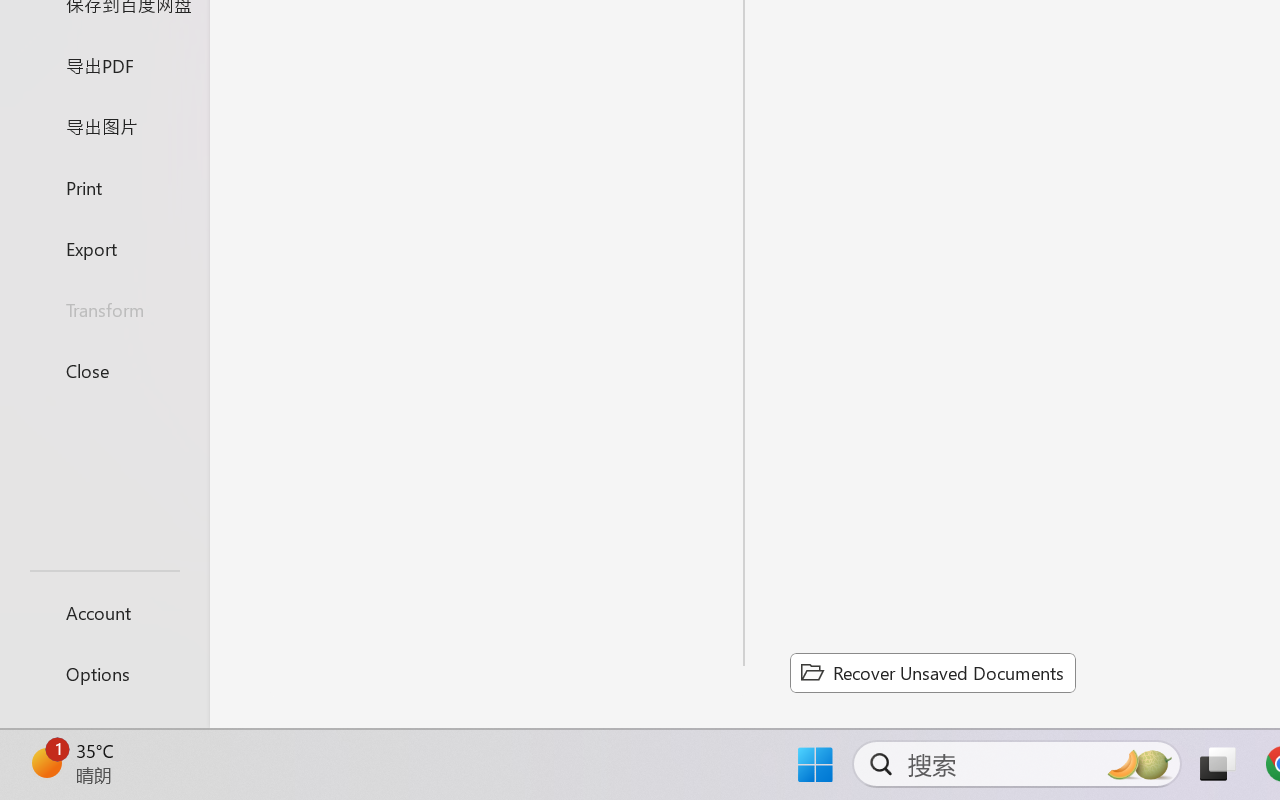  Describe the element at coordinates (103, 612) in the screenshot. I see `'Account'` at that location.